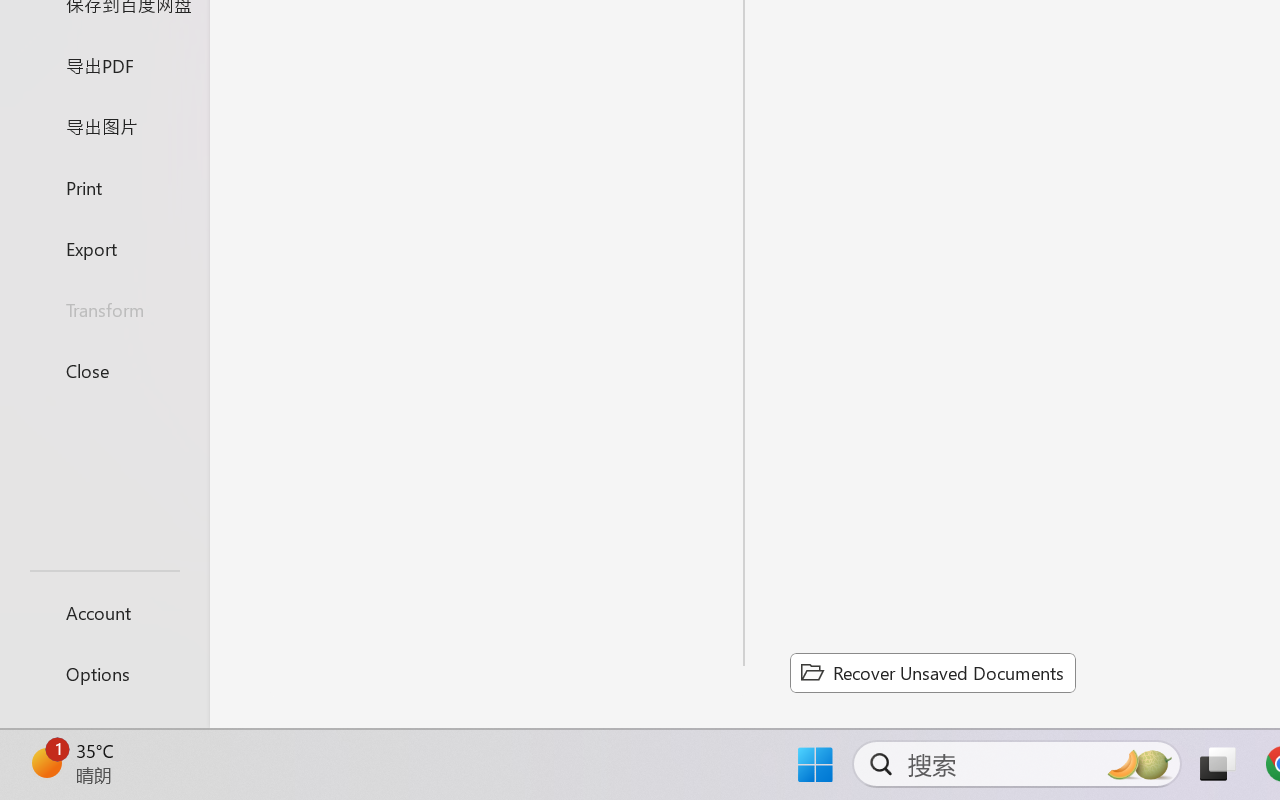  Describe the element at coordinates (103, 612) in the screenshot. I see `'Account'` at that location.